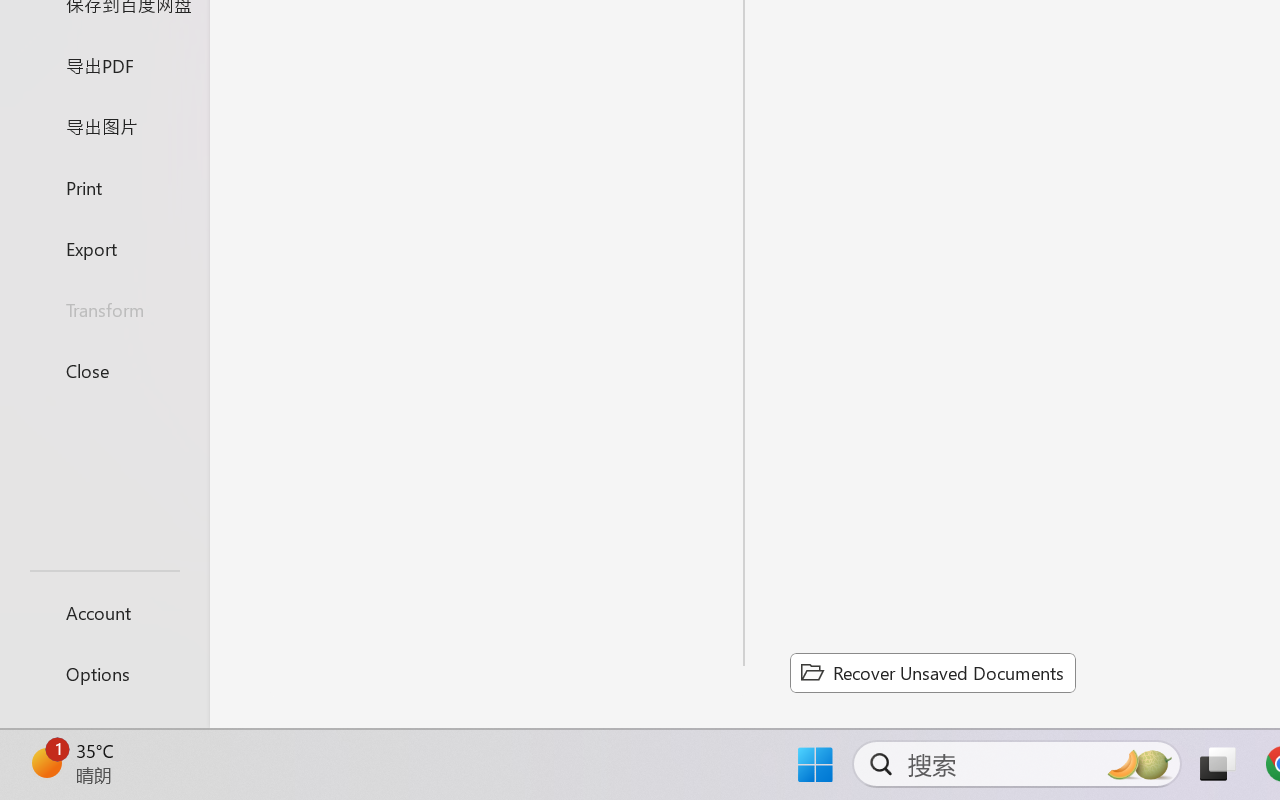  Describe the element at coordinates (103, 612) in the screenshot. I see `'Account'` at that location.